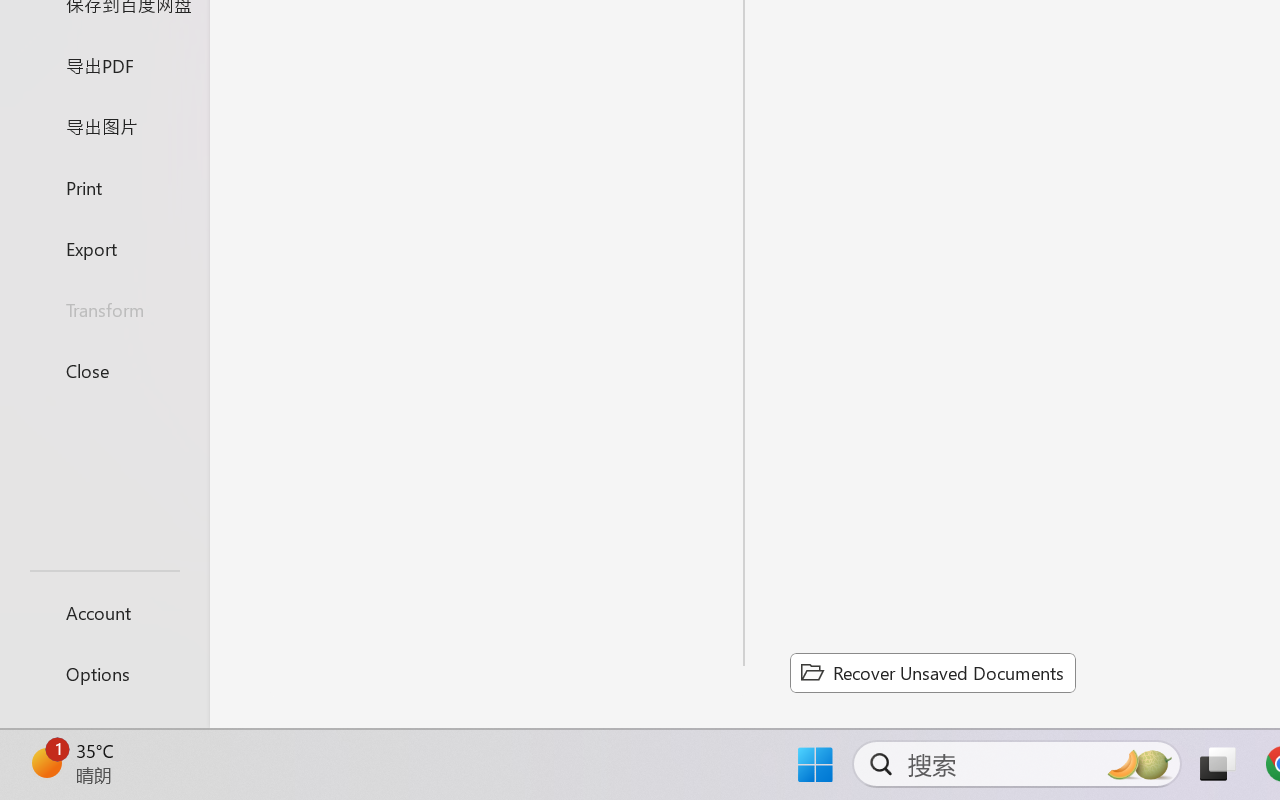  Describe the element at coordinates (103, 612) in the screenshot. I see `'Account'` at that location.